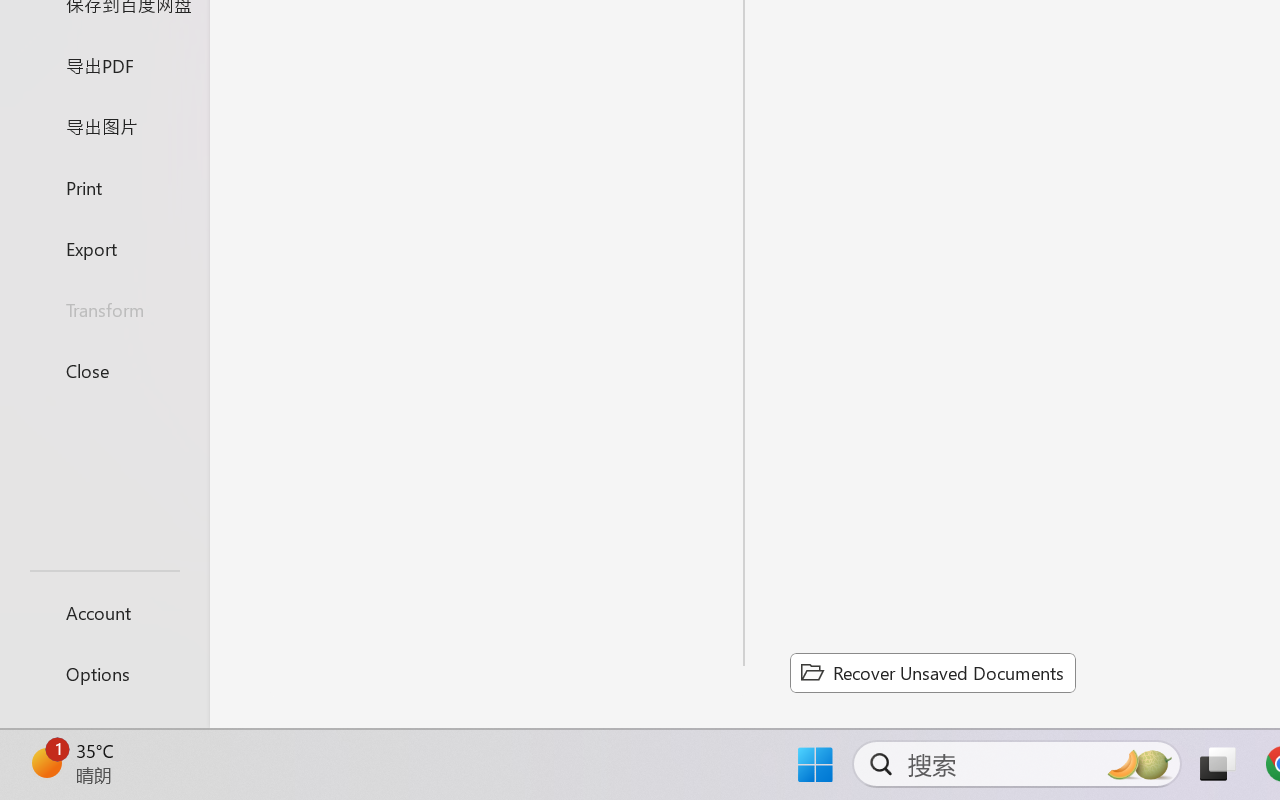  Describe the element at coordinates (103, 612) in the screenshot. I see `'Account'` at that location.